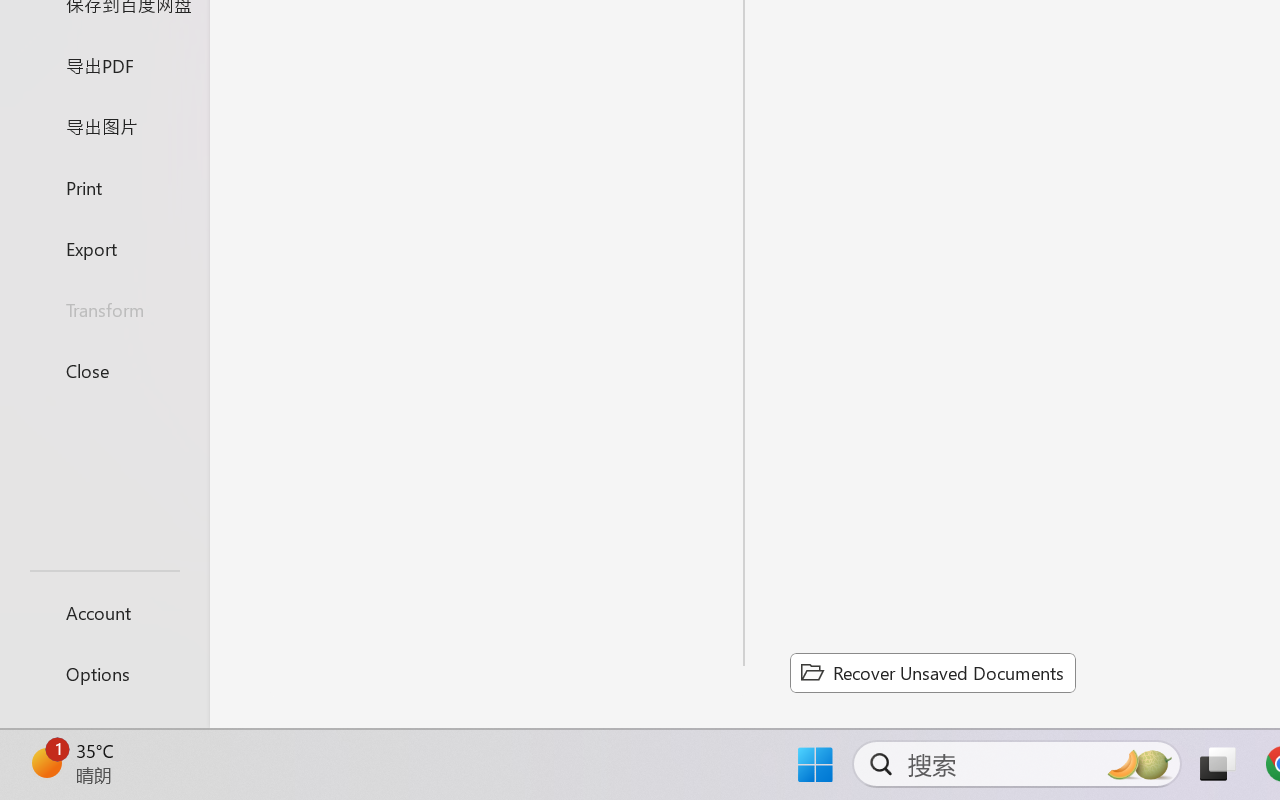  Describe the element at coordinates (103, 612) in the screenshot. I see `'Account'` at that location.